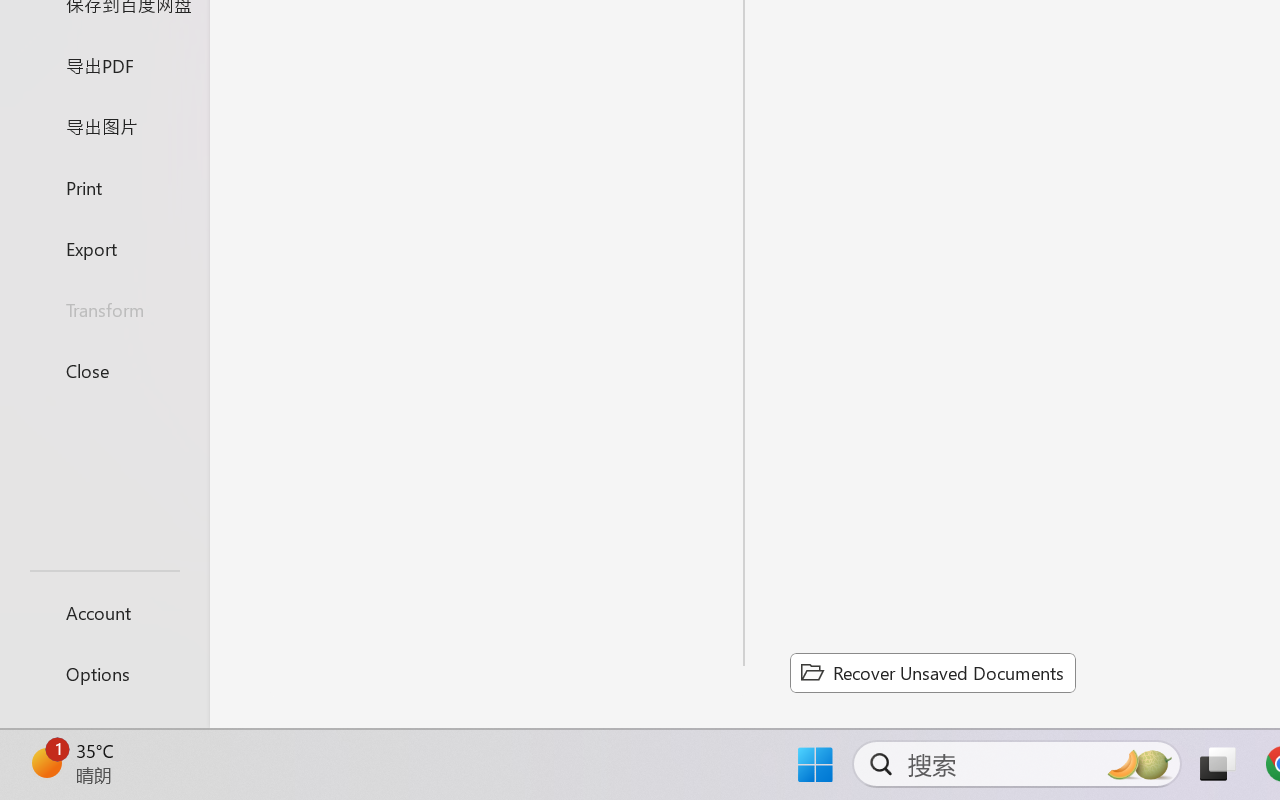  Describe the element at coordinates (103, 612) in the screenshot. I see `'Account'` at that location.